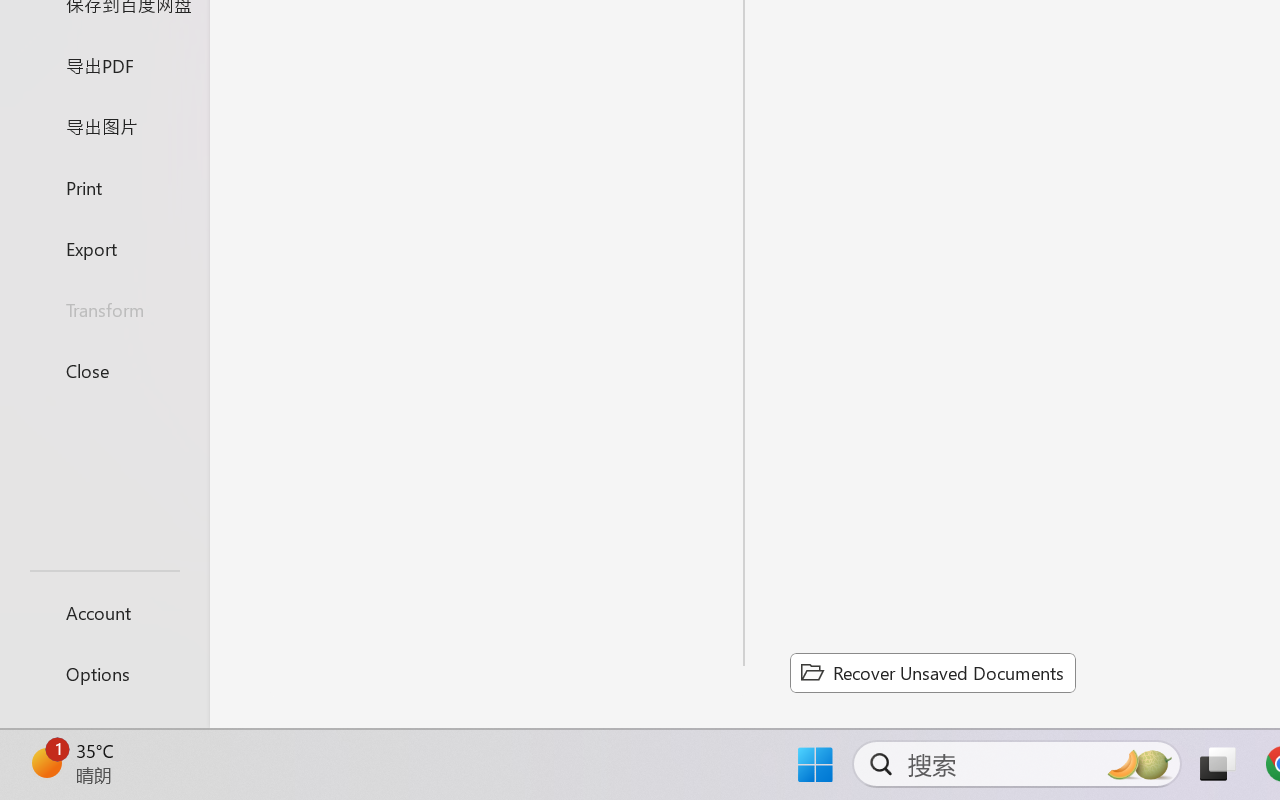  Describe the element at coordinates (103, 612) in the screenshot. I see `'Account'` at that location.